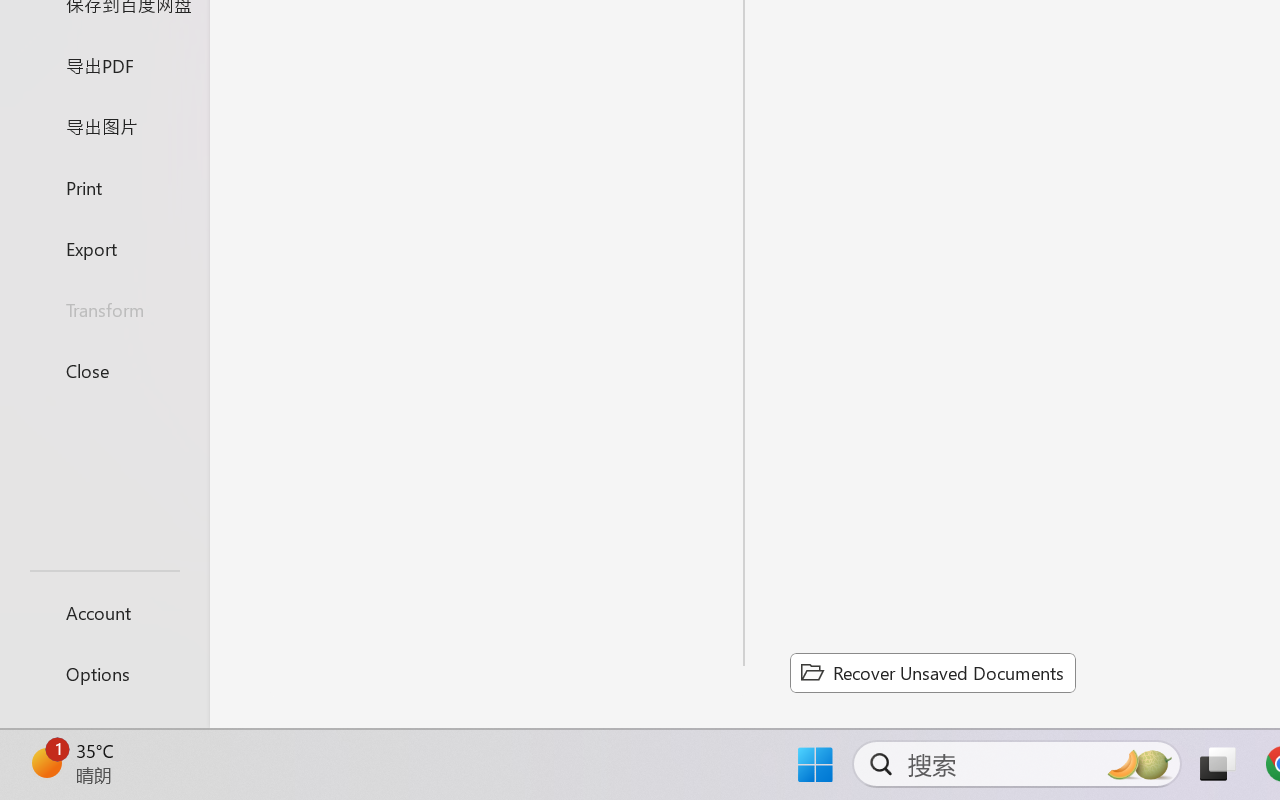  Describe the element at coordinates (103, 612) in the screenshot. I see `'Account'` at that location.